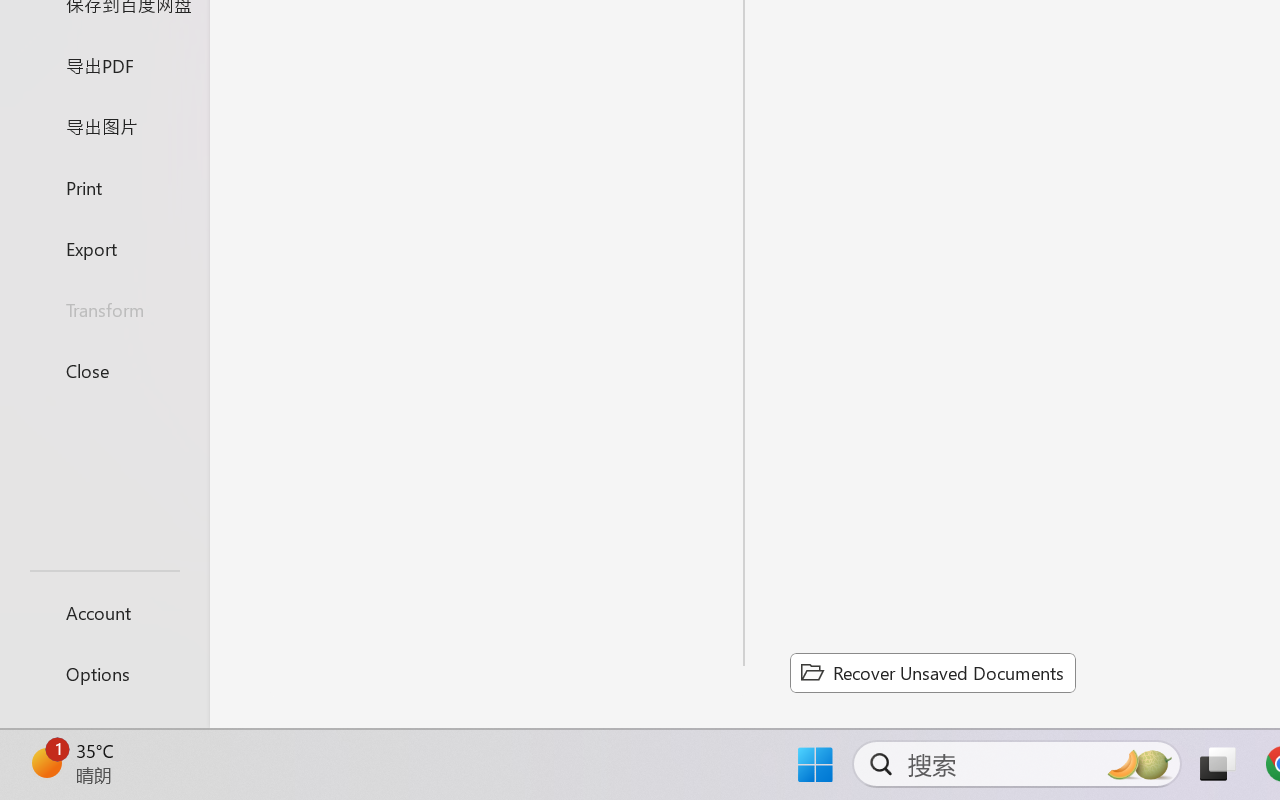  Describe the element at coordinates (103, 612) in the screenshot. I see `'Account'` at that location.